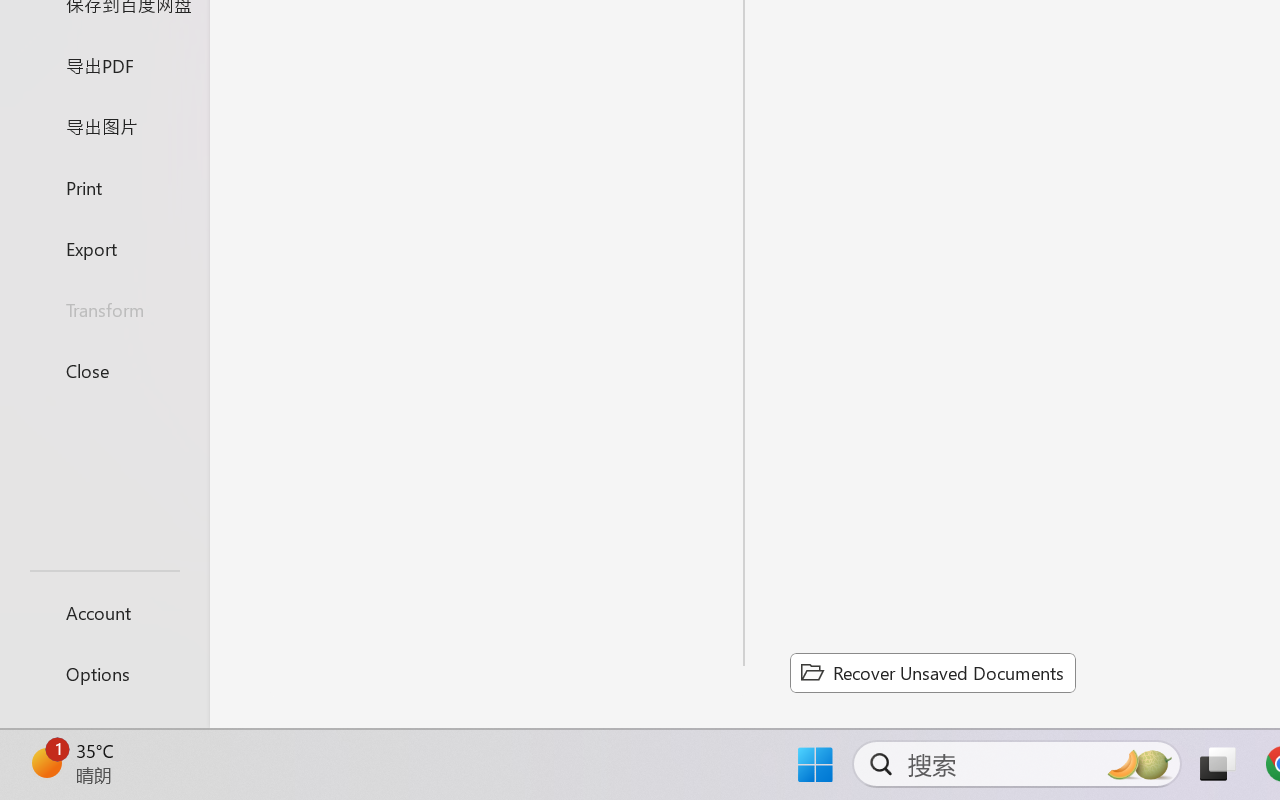  Describe the element at coordinates (103, 612) in the screenshot. I see `'Account'` at that location.